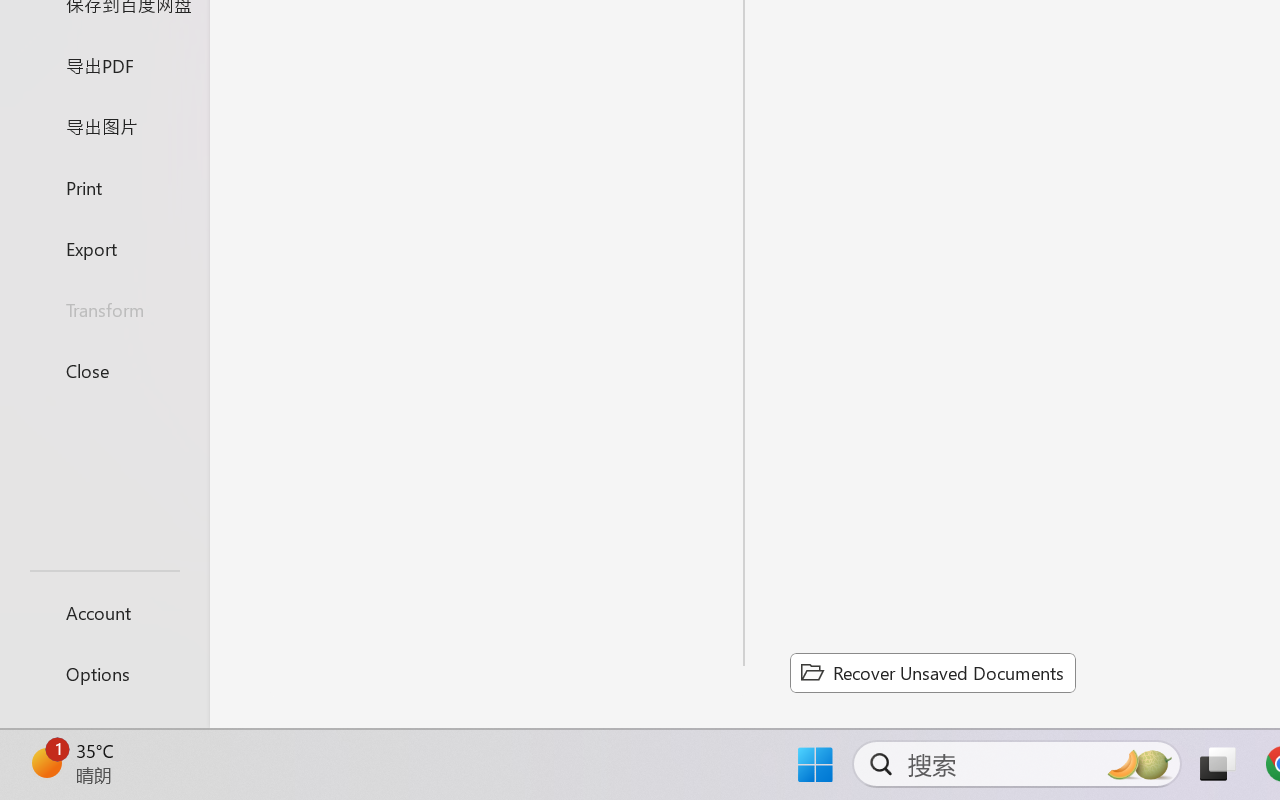  Describe the element at coordinates (103, 612) in the screenshot. I see `'Account'` at that location.